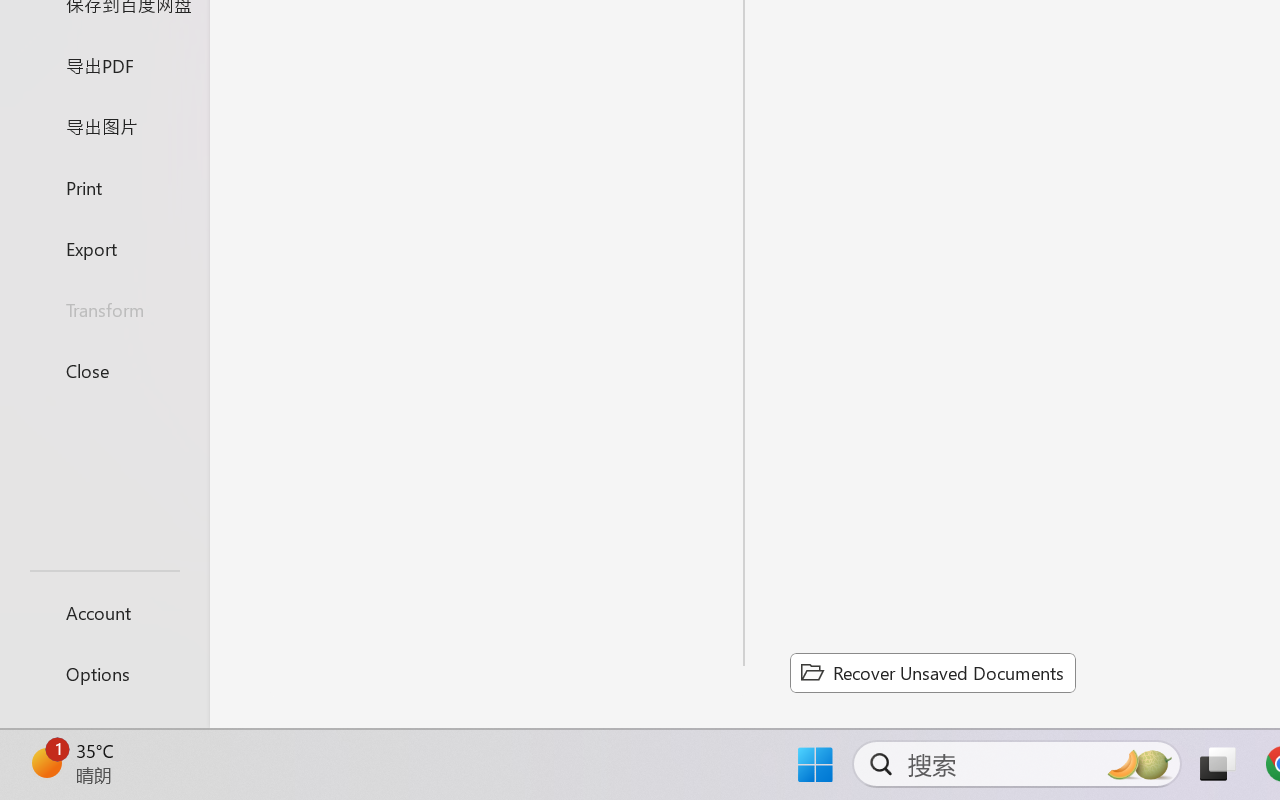  Describe the element at coordinates (103, 612) in the screenshot. I see `'Account'` at that location.